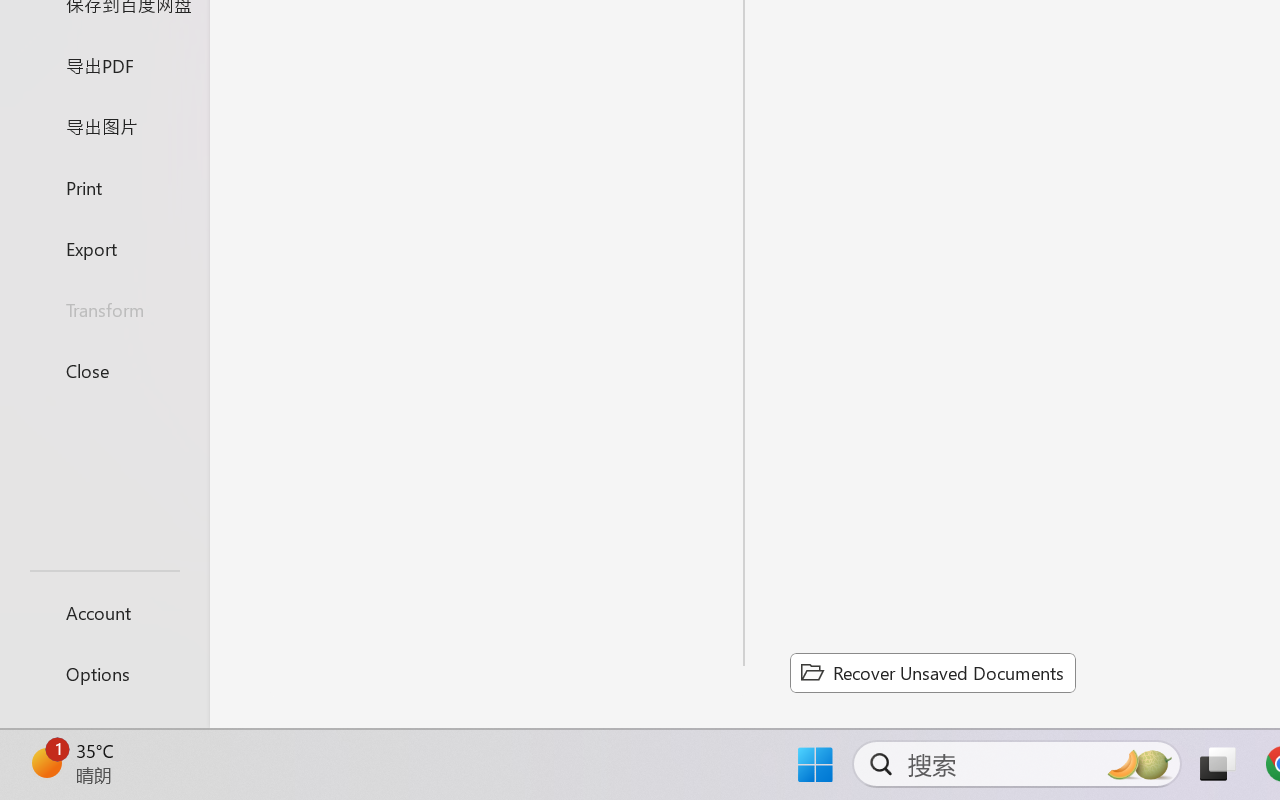  Describe the element at coordinates (103, 612) in the screenshot. I see `'Account'` at that location.